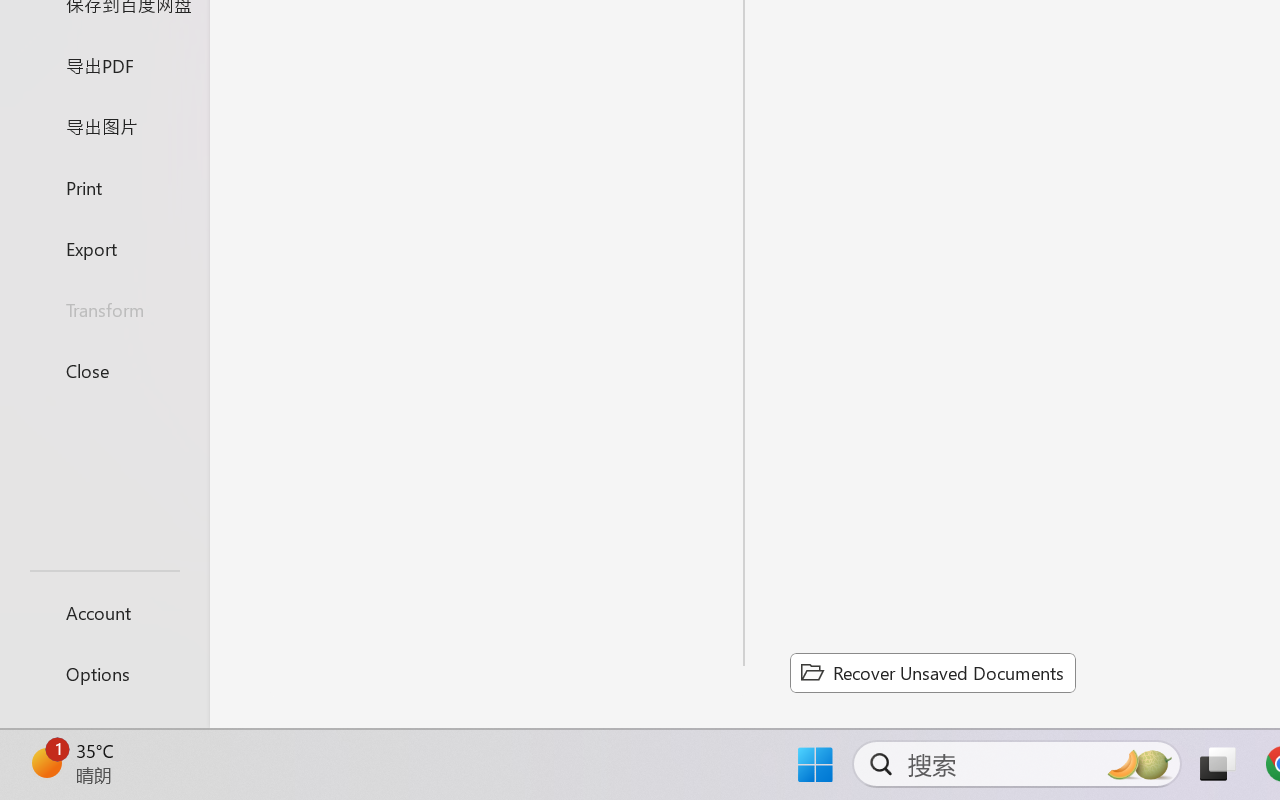  Describe the element at coordinates (103, 612) in the screenshot. I see `'Account'` at that location.